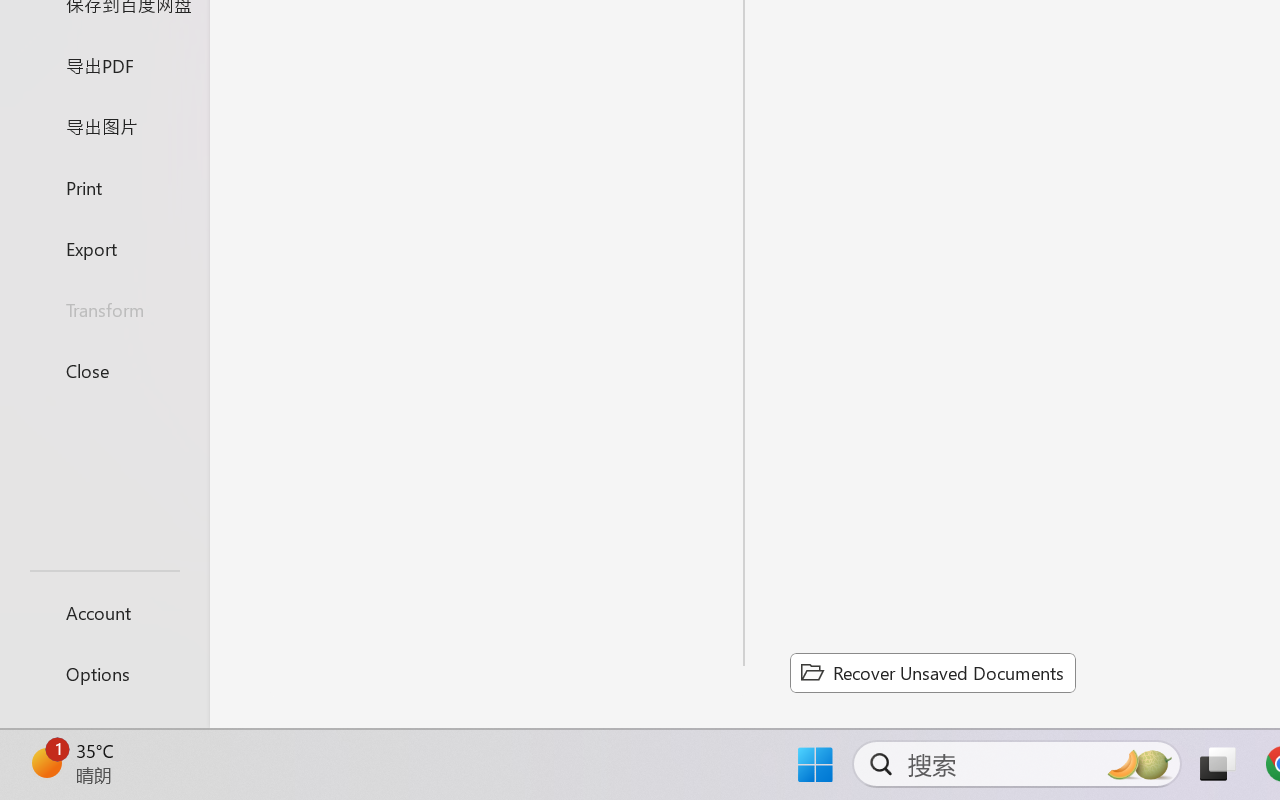  Describe the element at coordinates (103, 612) in the screenshot. I see `'Account'` at that location.